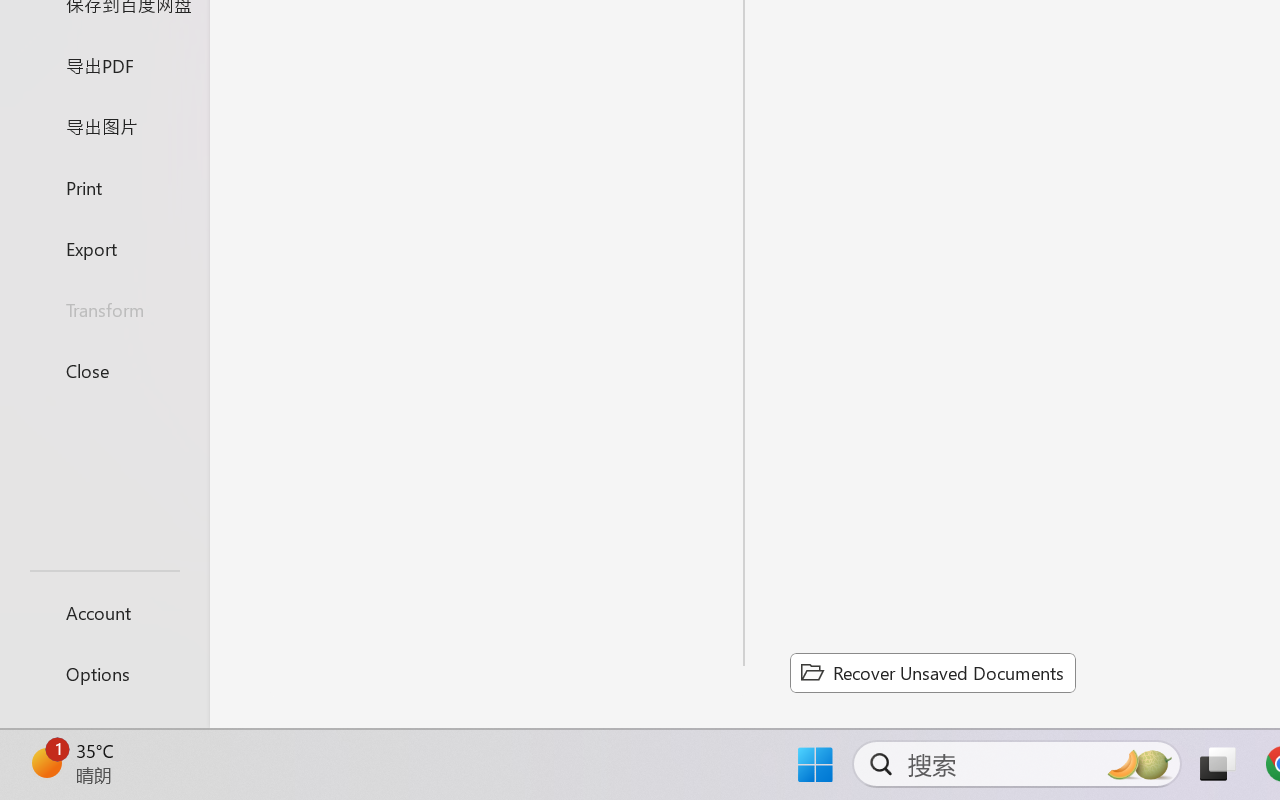  Describe the element at coordinates (103, 612) in the screenshot. I see `'Account'` at that location.